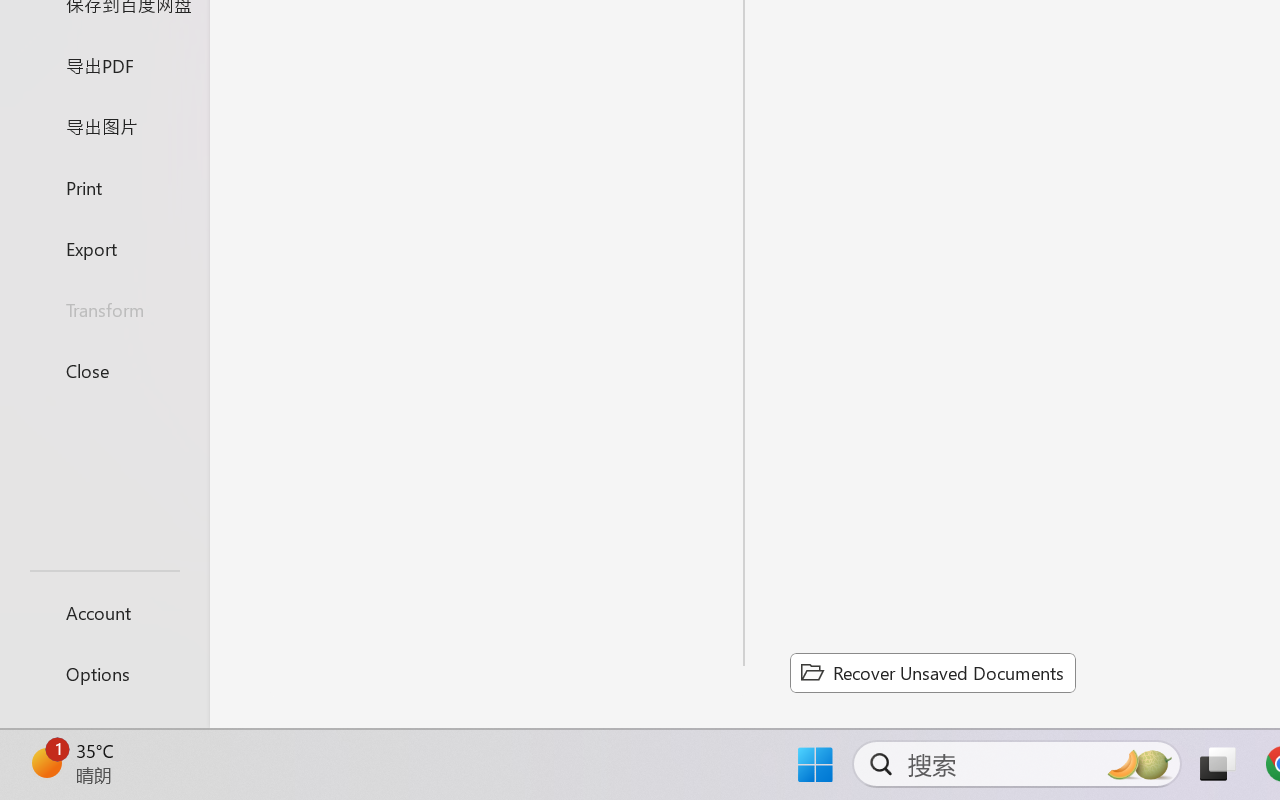  Describe the element at coordinates (103, 612) in the screenshot. I see `'Account'` at that location.